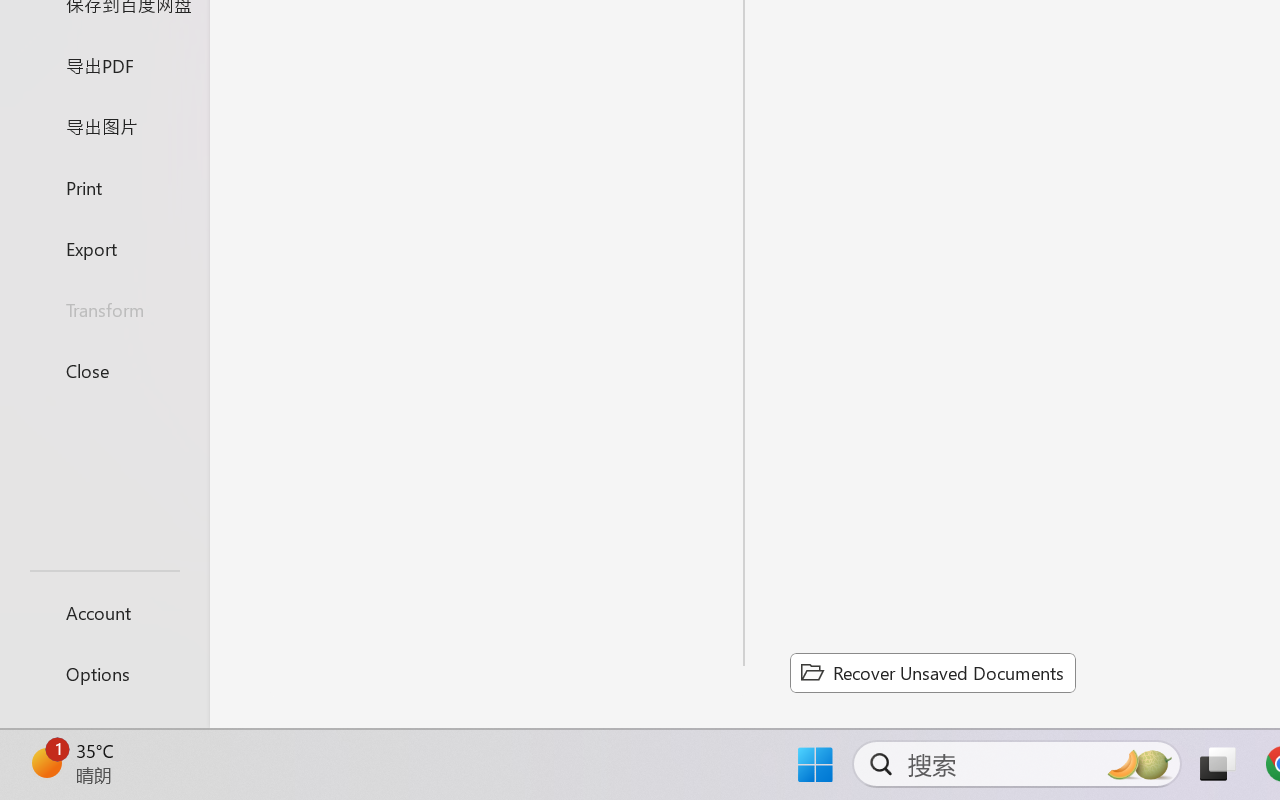  Describe the element at coordinates (103, 612) in the screenshot. I see `'Account'` at that location.